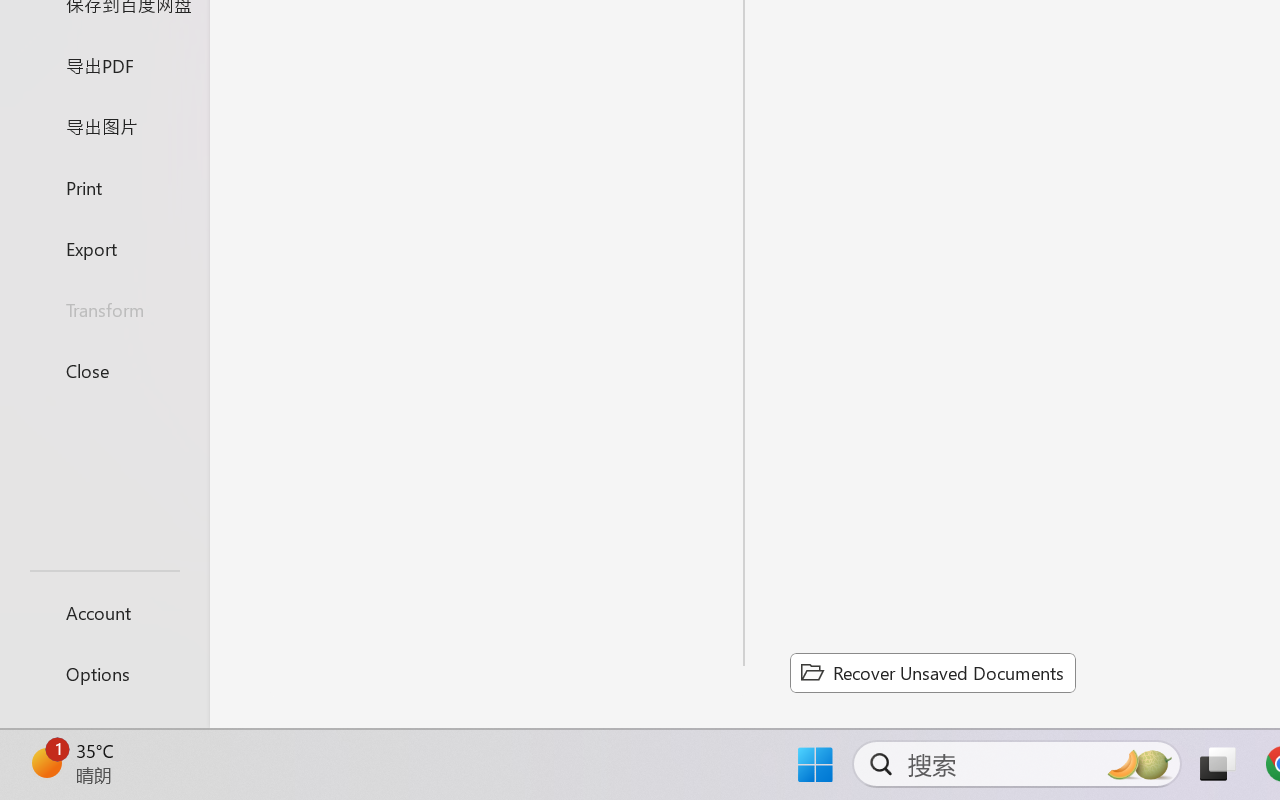  Describe the element at coordinates (103, 612) in the screenshot. I see `'Account'` at that location.